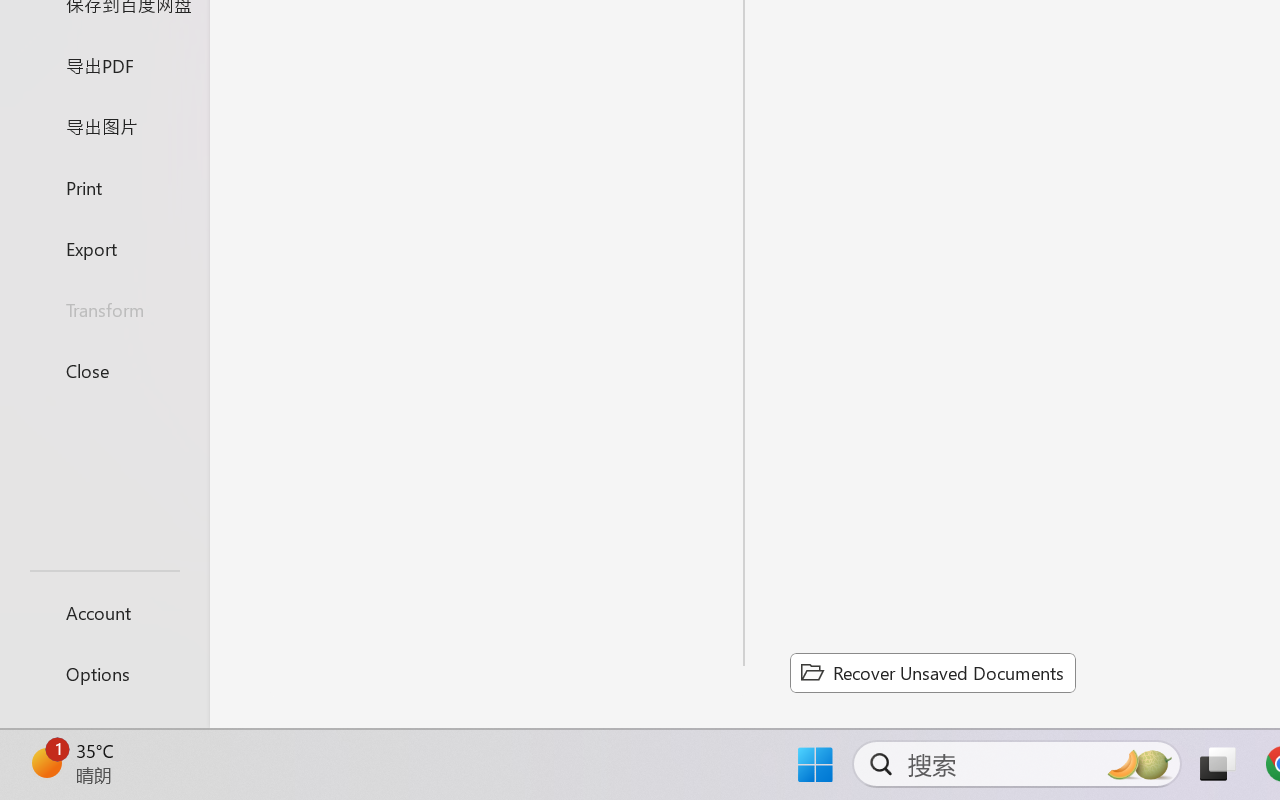  Describe the element at coordinates (103, 612) in the screenshot. I see `'Account'` at that location.